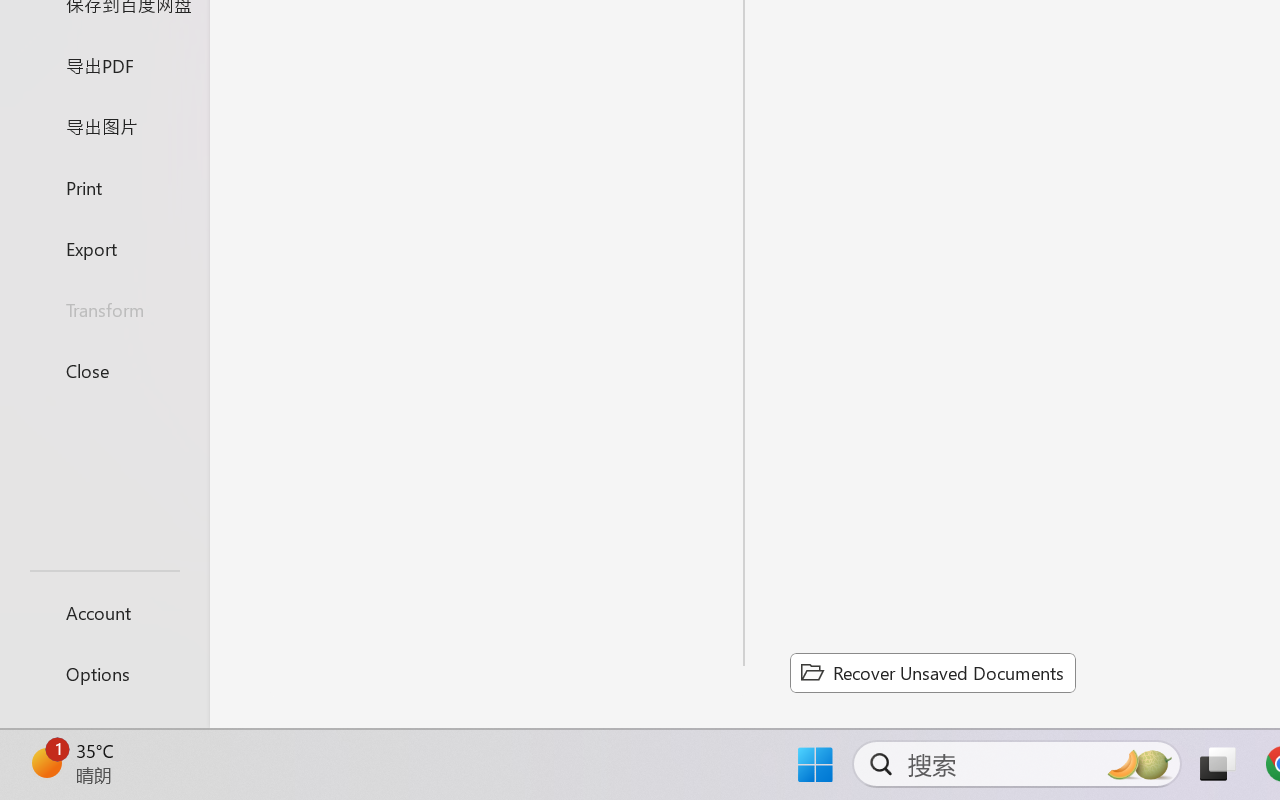  Describe the element at coordinates (103, 612) in the screenshot. I see `'Account'` at that location.